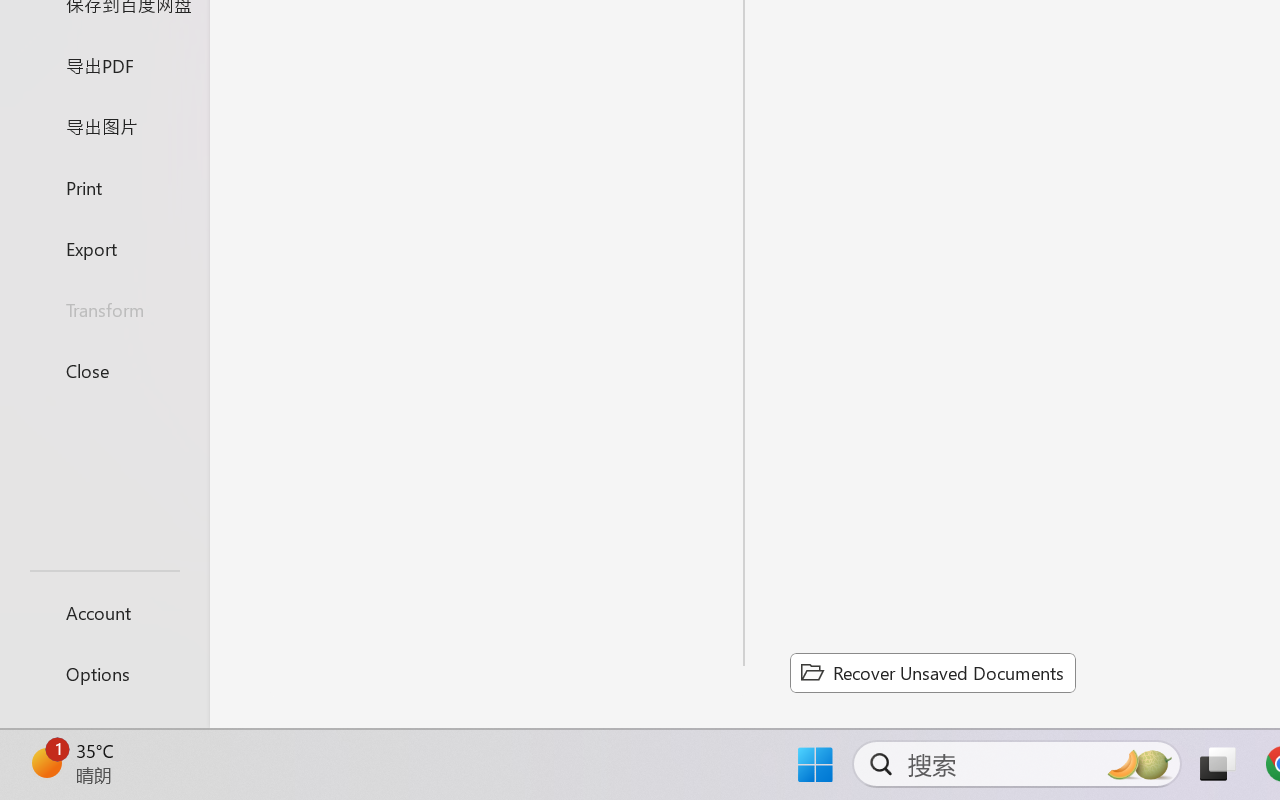  Describe the element at coordinates (103, 612) in the screenshot. I see `'Account'` at that location.